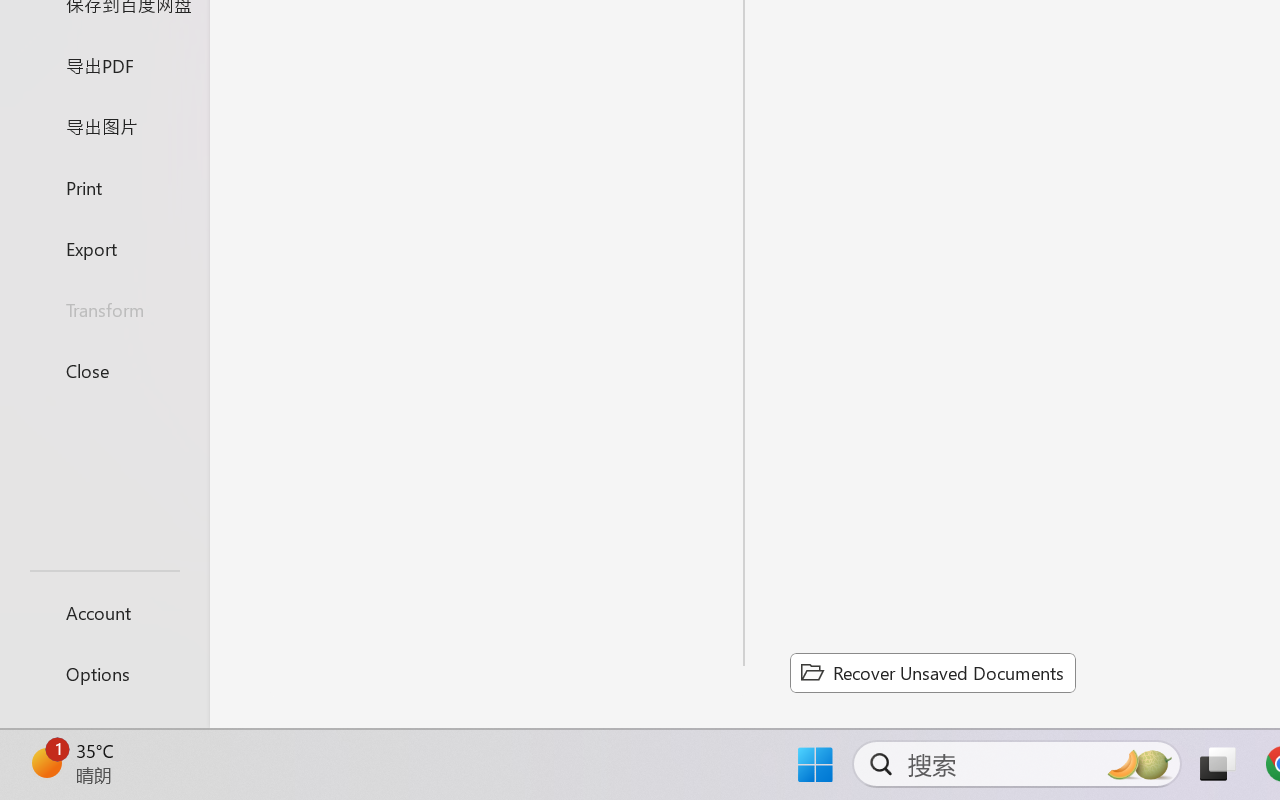  Describe the element at coordinates (103, 612) in the screenshot. I see `'Account'` at that location.